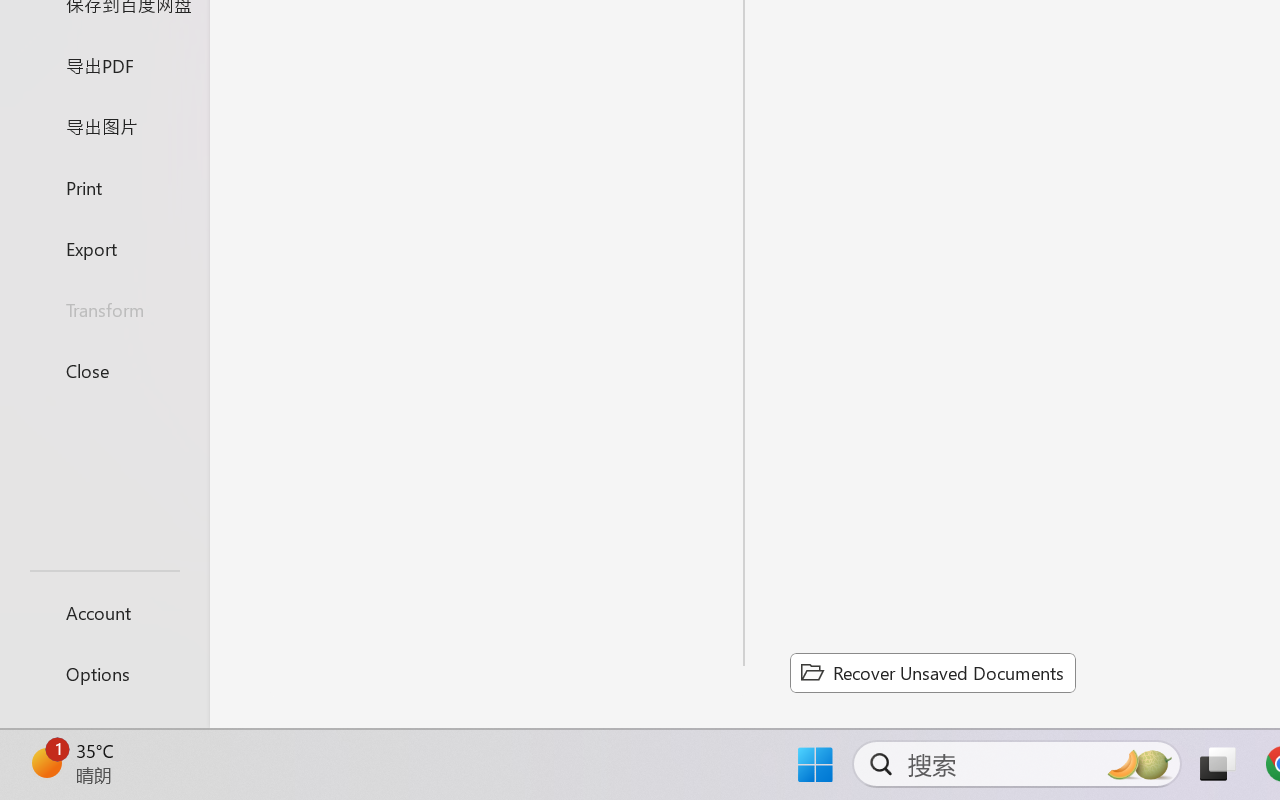  Describe the element at coordinates (103, 612) in the screenshot. I see `'Account'` at that location.